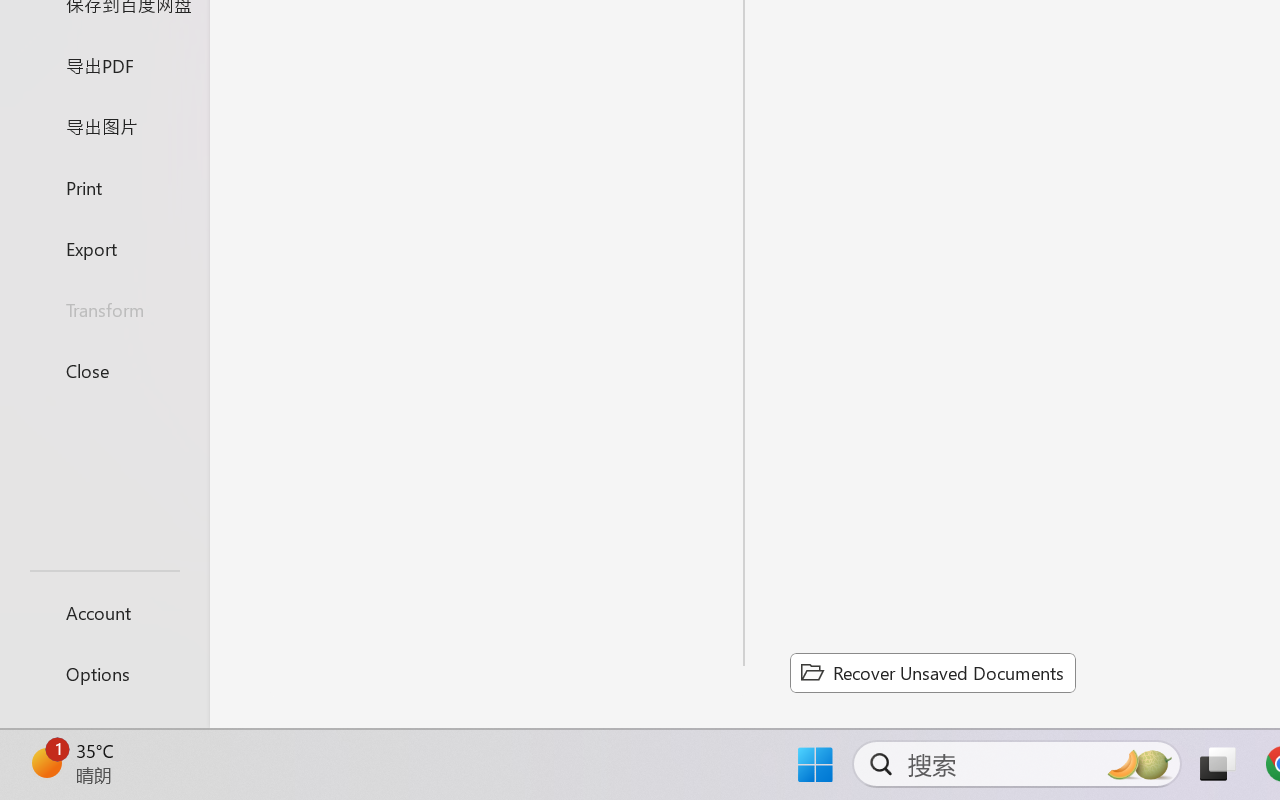  Describe the element at coordinates (103, 612) in the screenshot. I see `'Account'` at that location.